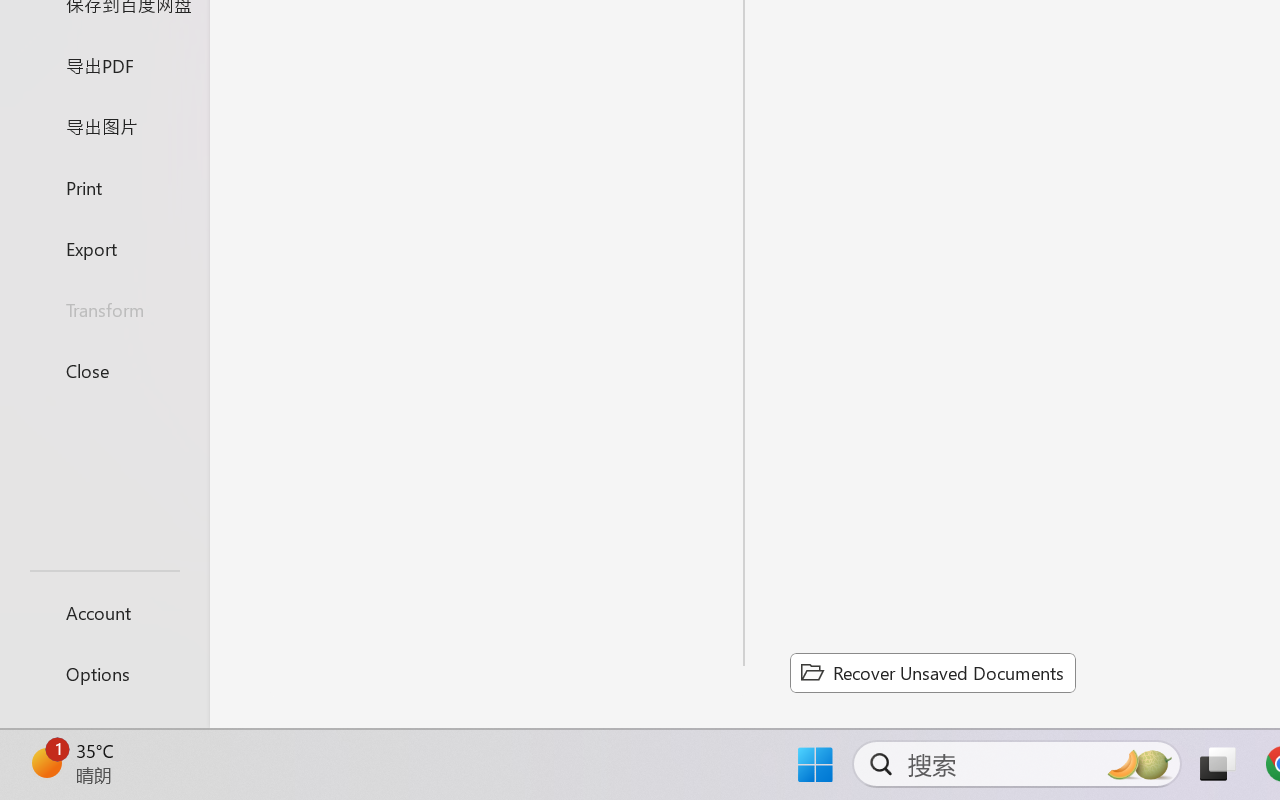  Describe the element at coordinates (103, 612) in the screenshot. I see `'Account'` at that location.